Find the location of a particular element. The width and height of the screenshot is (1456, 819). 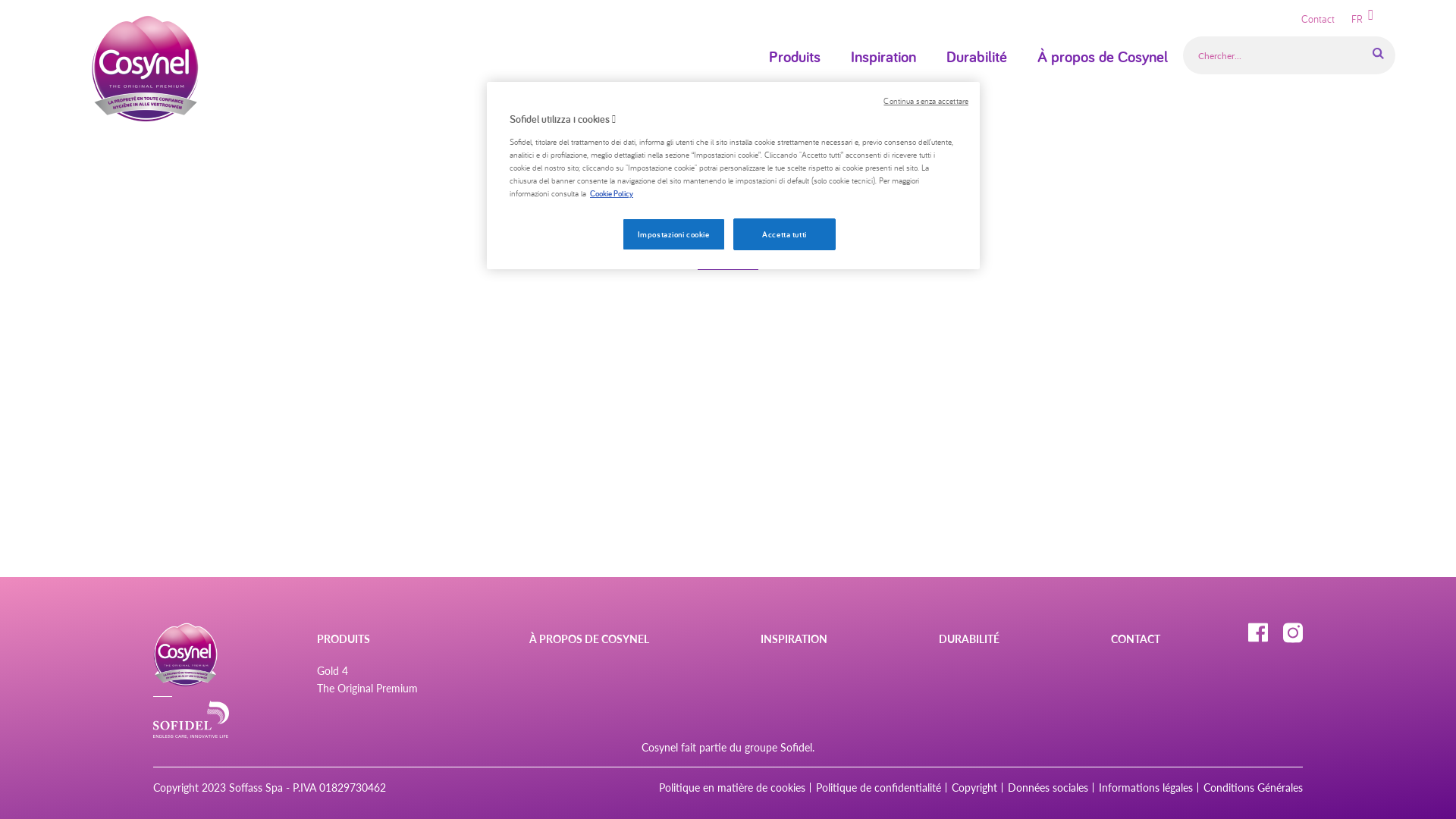

'PRODUITS' is located at coordinates (315, 639).